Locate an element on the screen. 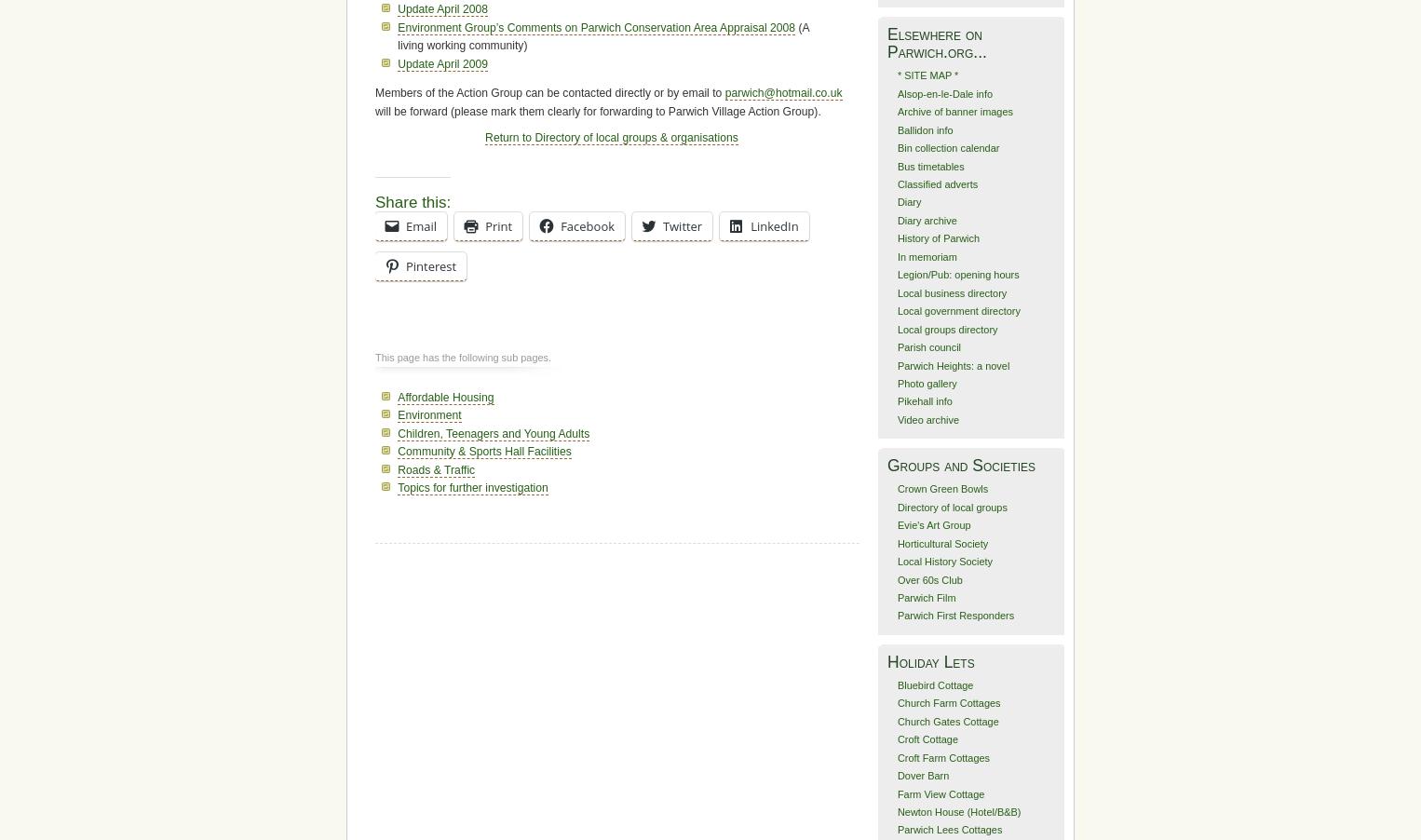 This screenshot has width=1421, height=840. 'Members of the Action Group can be contacted directly or by email to' is located at coordinates (548, 93).